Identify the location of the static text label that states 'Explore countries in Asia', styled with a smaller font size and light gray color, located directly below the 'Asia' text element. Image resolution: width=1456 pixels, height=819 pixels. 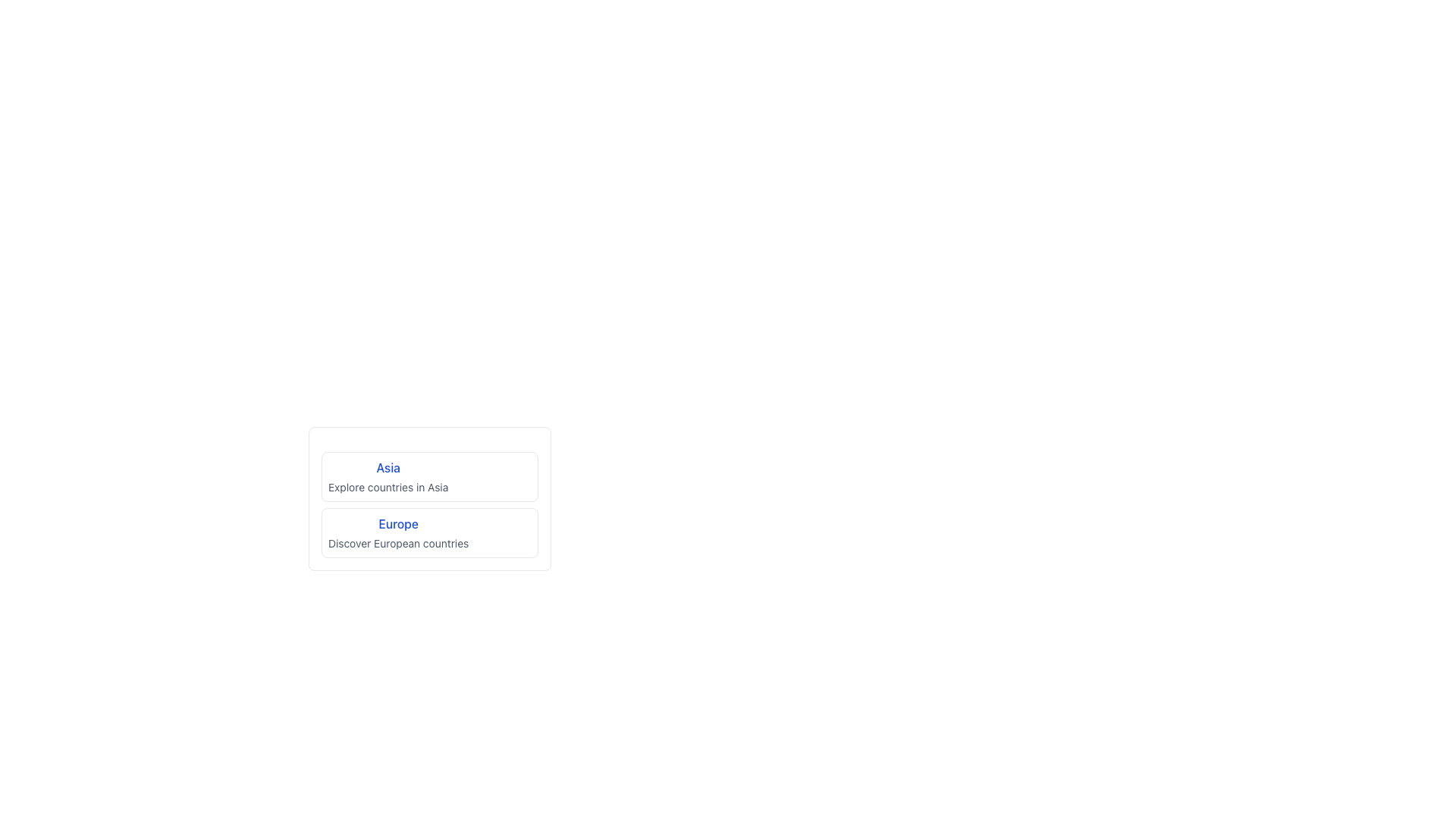
(388, 488).